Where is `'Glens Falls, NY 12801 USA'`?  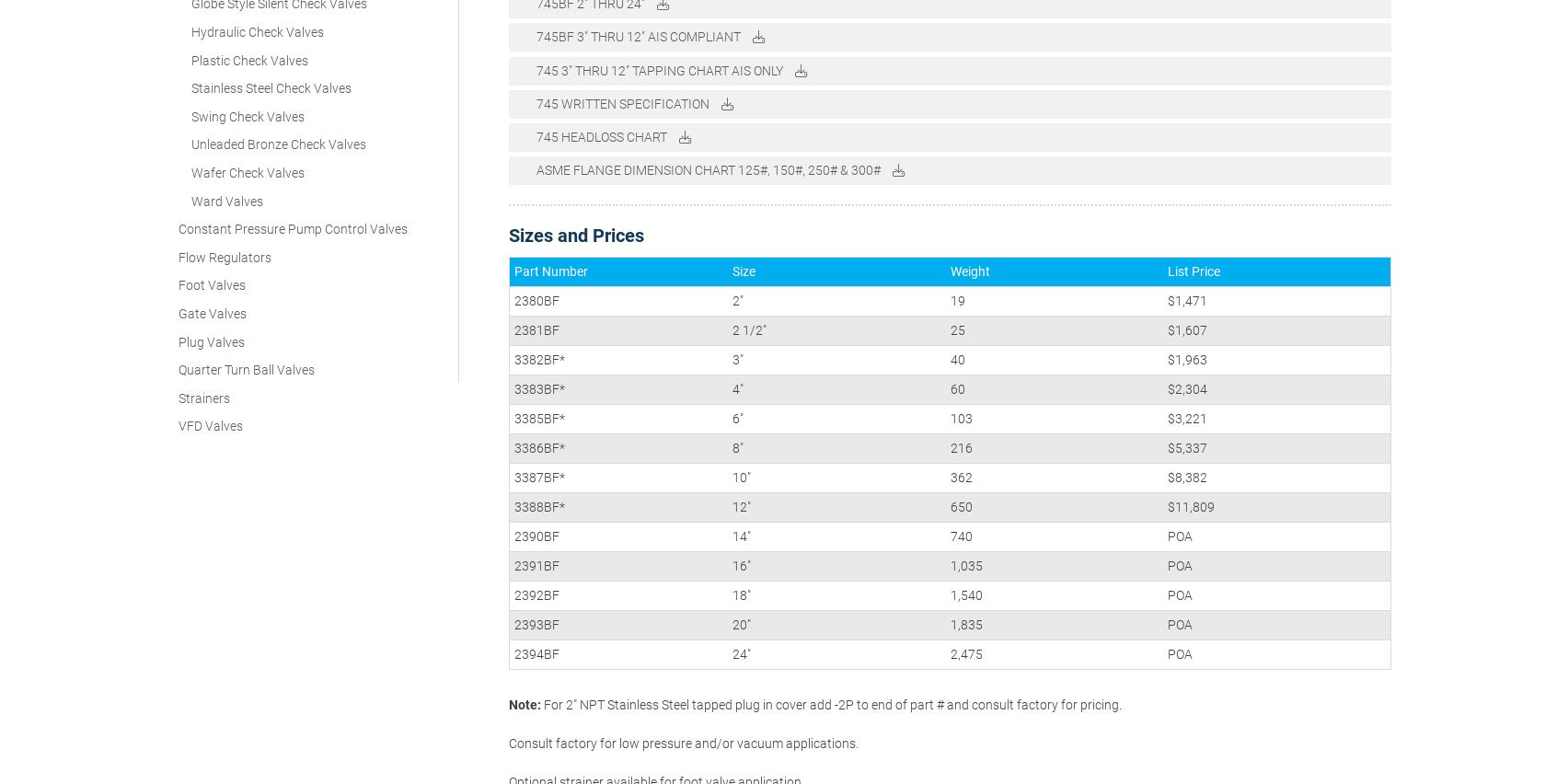
'Glens Falls, NY 12801 USA' is located at coordinates (1171, 645).